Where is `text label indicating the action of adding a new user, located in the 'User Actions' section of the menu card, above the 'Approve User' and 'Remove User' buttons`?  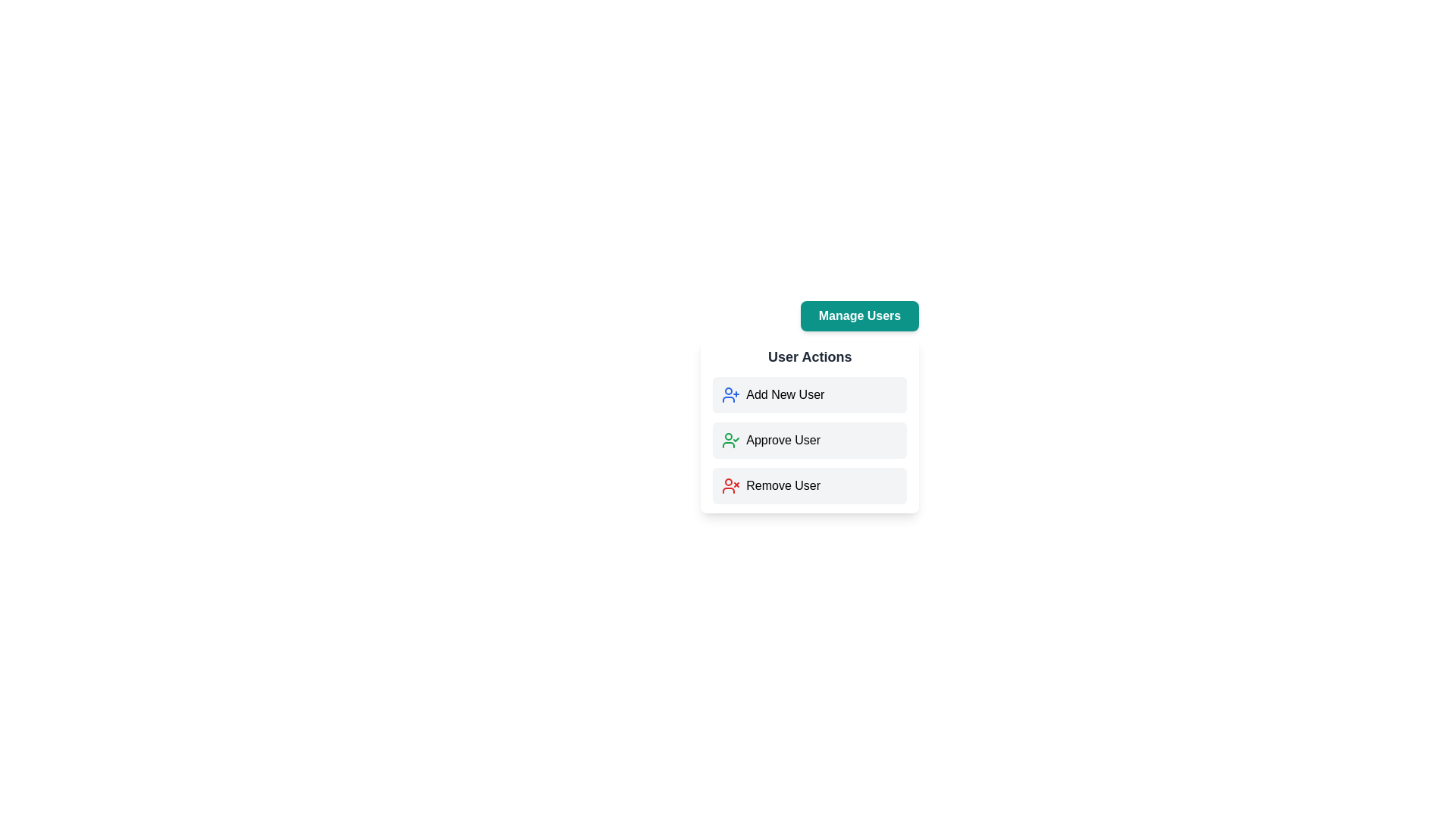
text label indicating the action of adding a new user, located in the 'User Actions' section of the menu card, above the 'Approve User' and 'Remove User' buttons is located at coordinates (785, 394).